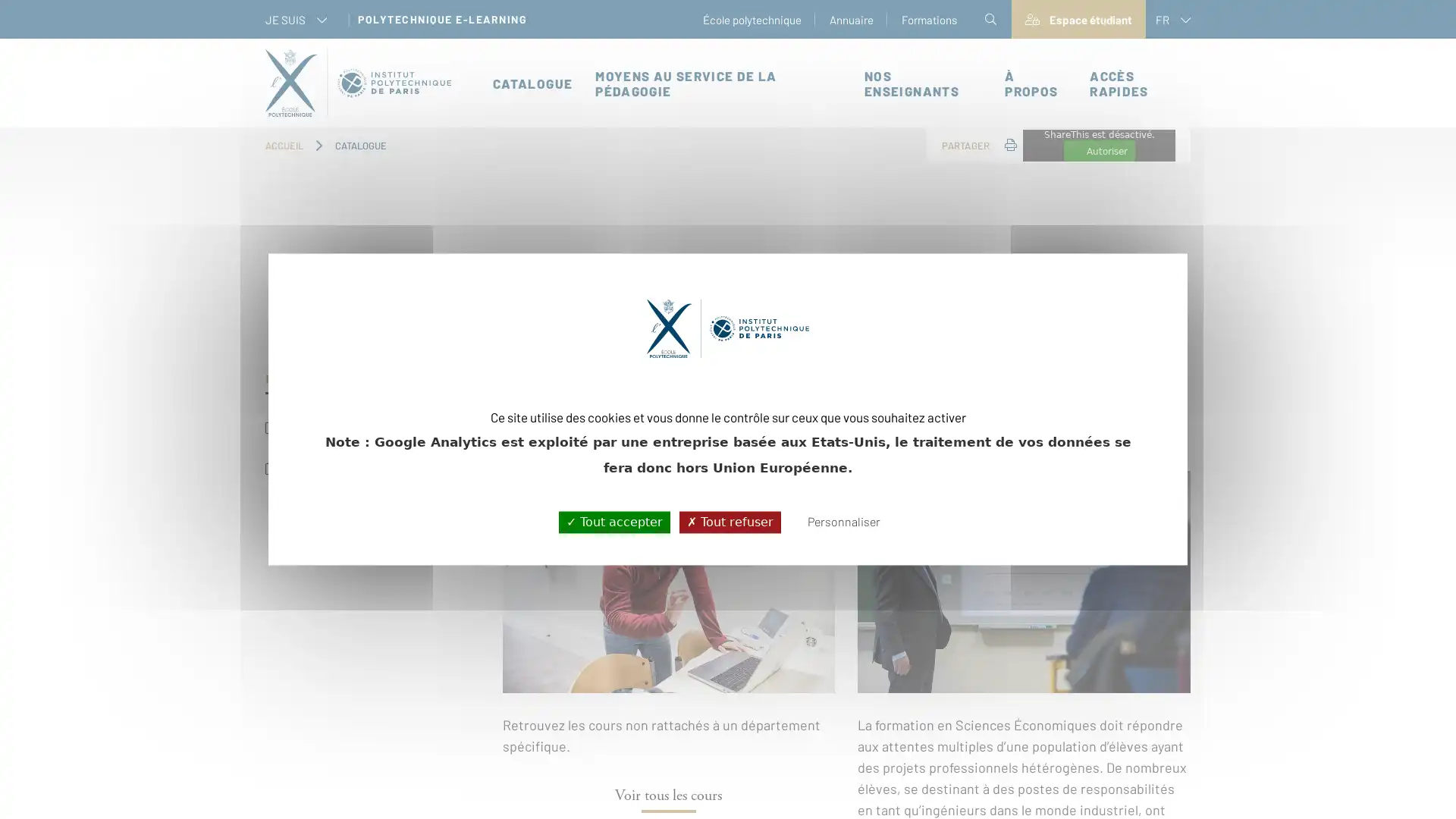 The image size is (1456, 819). What do you see at coordinates (613, 521) in the screenshot?
I see `Tout accepter` at bounding box center [613, 521].